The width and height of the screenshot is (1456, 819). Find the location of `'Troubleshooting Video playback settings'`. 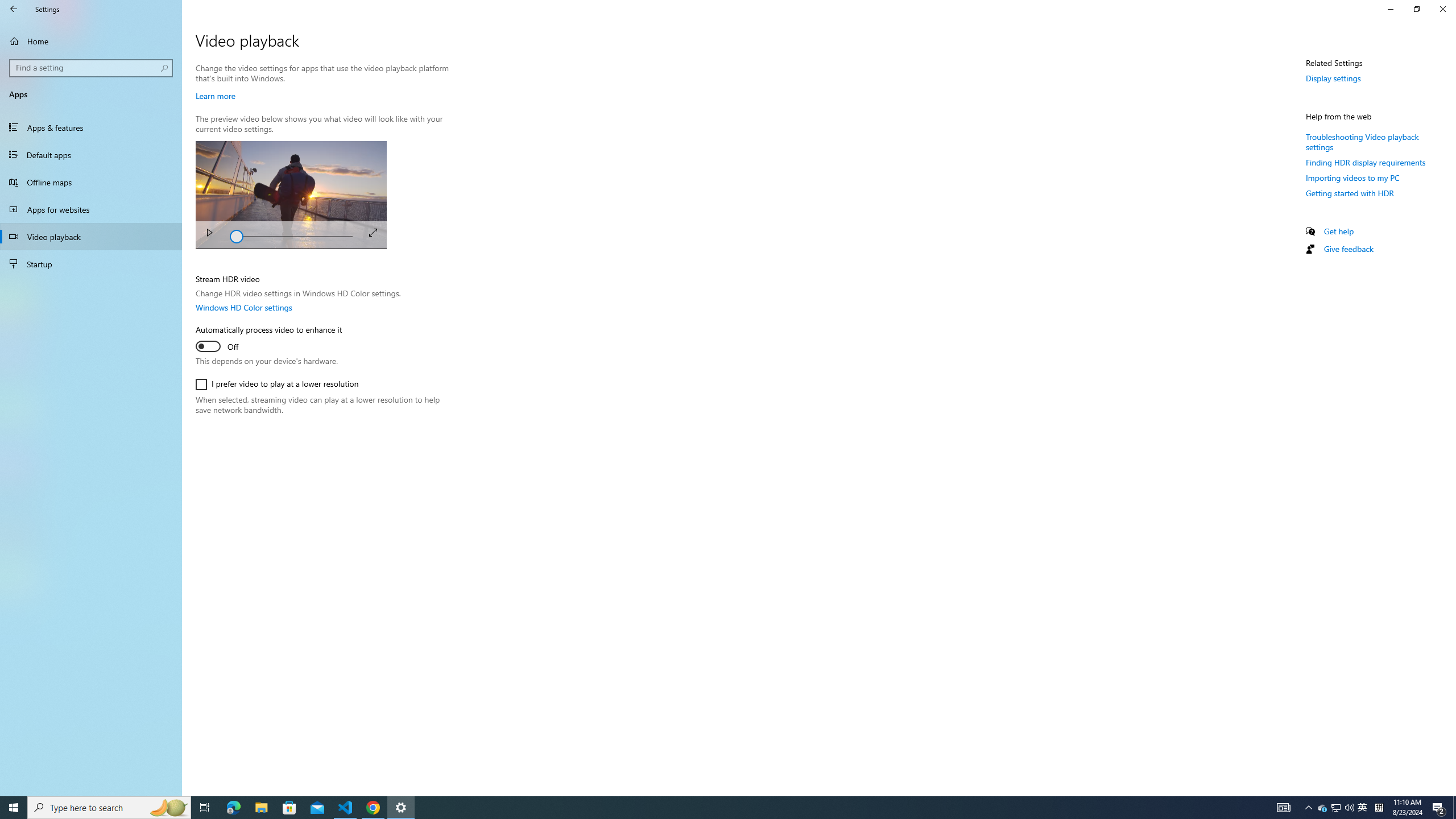

'Troubleshooting Video playback settings' is located at coordinates (1363, 141).